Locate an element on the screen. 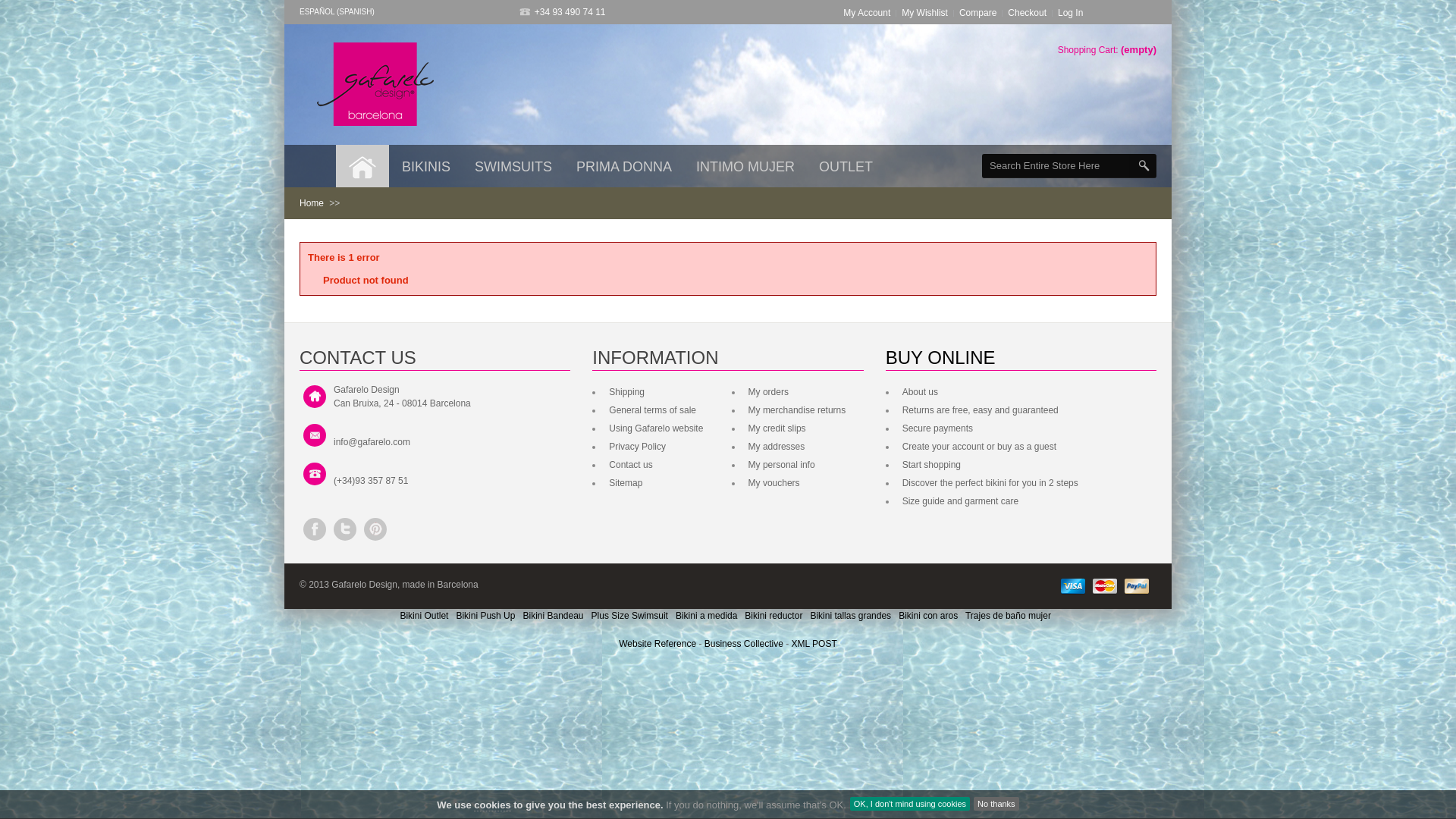 The image size is (1456, 819). 'My merchandise returns' is located at coordinates (745, 409).